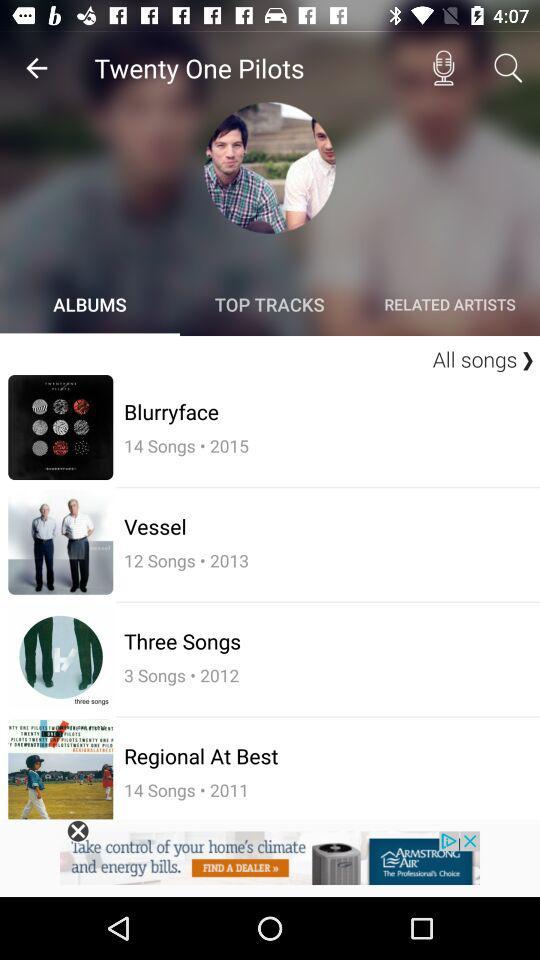 This screenshot has width=540, height=960. Describe the element at coordinates (77, 831) in the screenshot. I see `the close icon` at that location.